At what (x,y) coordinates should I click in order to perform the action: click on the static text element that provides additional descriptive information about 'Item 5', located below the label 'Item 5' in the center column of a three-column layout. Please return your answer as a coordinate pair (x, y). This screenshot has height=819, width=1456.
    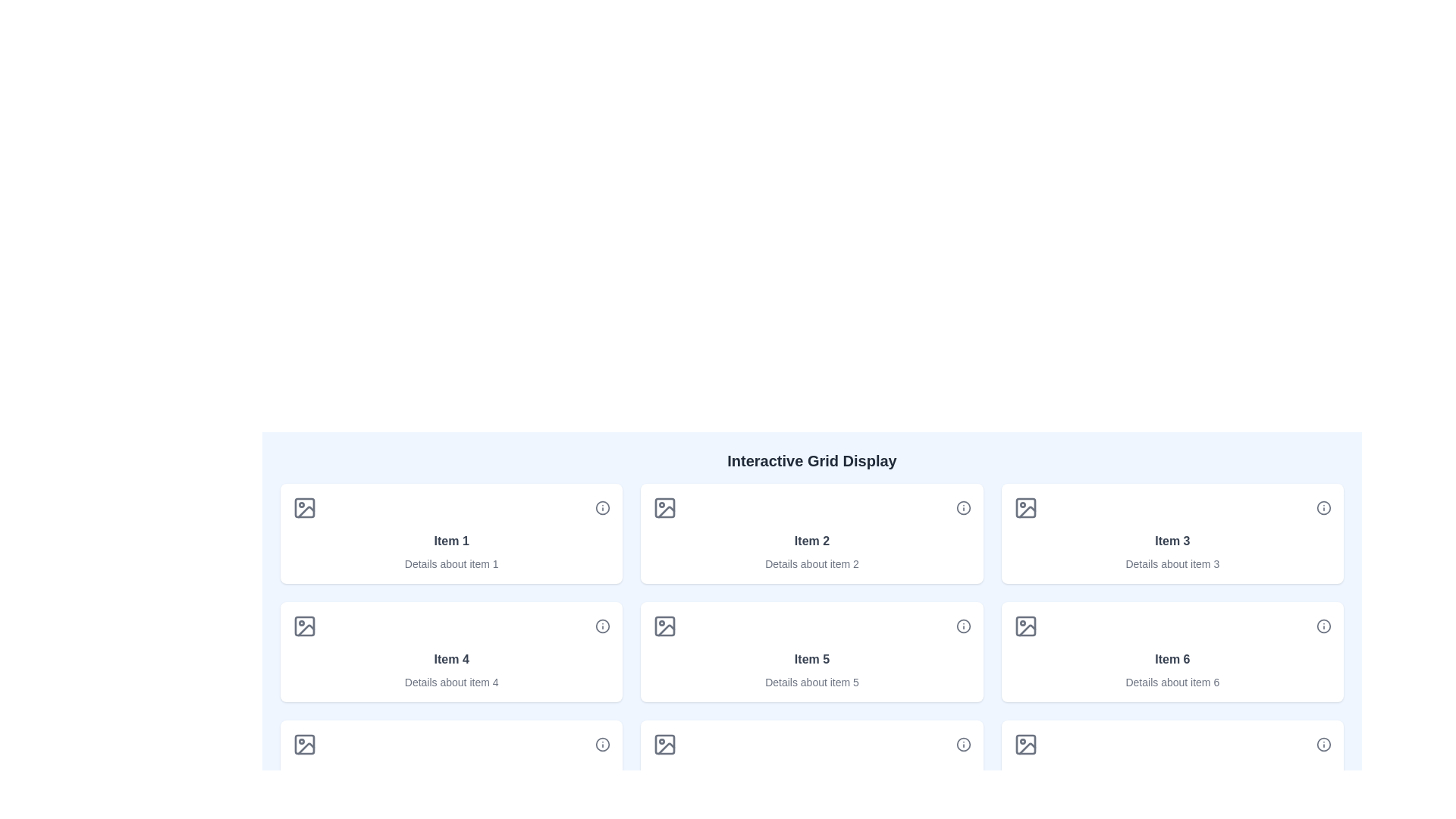
    Looking at the image, I should click on (811, 681).